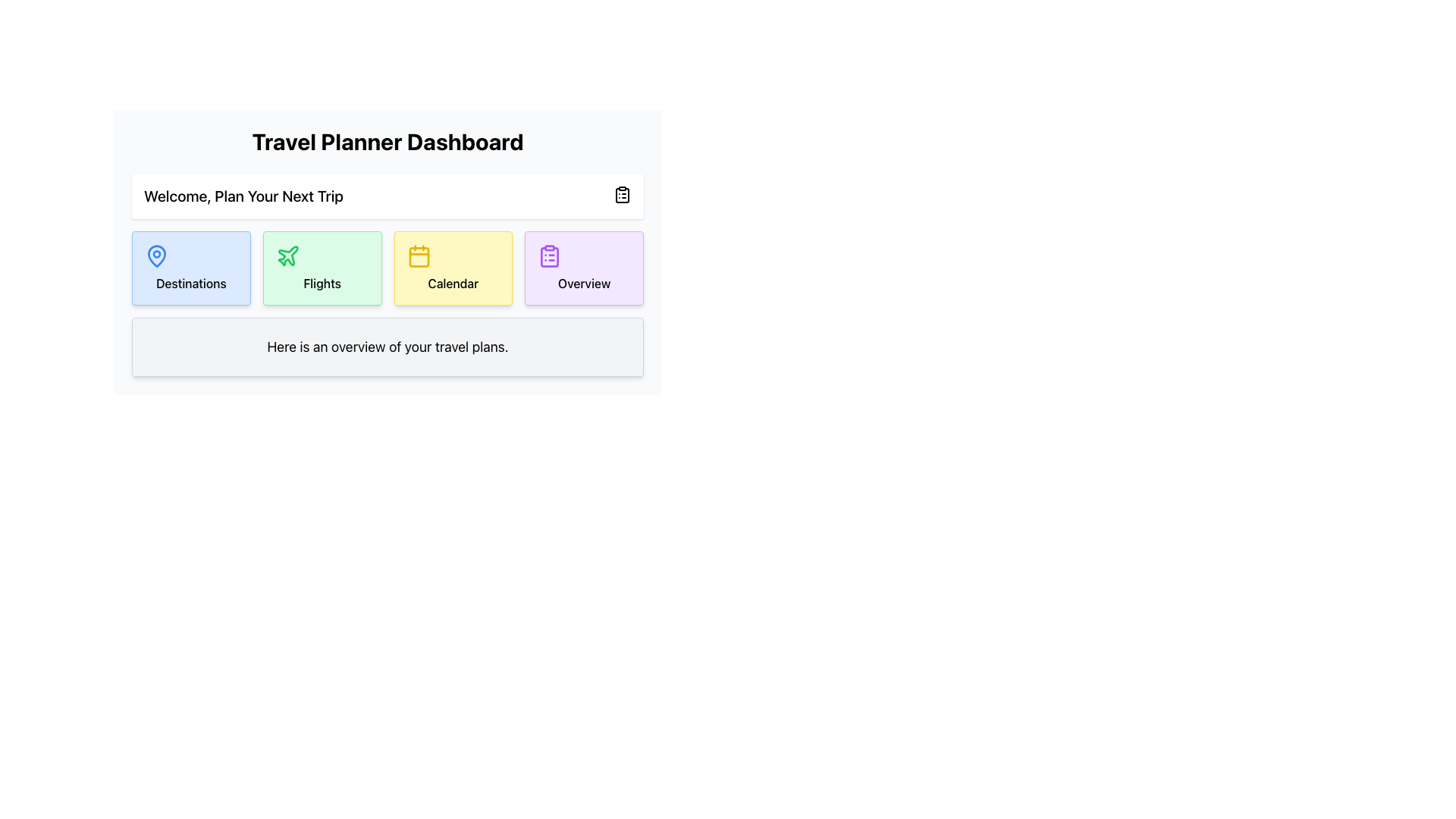 The image size is (1456, 819). I want to click on the main body of the calendar icon represented by the SVG rectangle, which is located slightly below the twin vertical strokes on the calendar button, so click(419, 256).